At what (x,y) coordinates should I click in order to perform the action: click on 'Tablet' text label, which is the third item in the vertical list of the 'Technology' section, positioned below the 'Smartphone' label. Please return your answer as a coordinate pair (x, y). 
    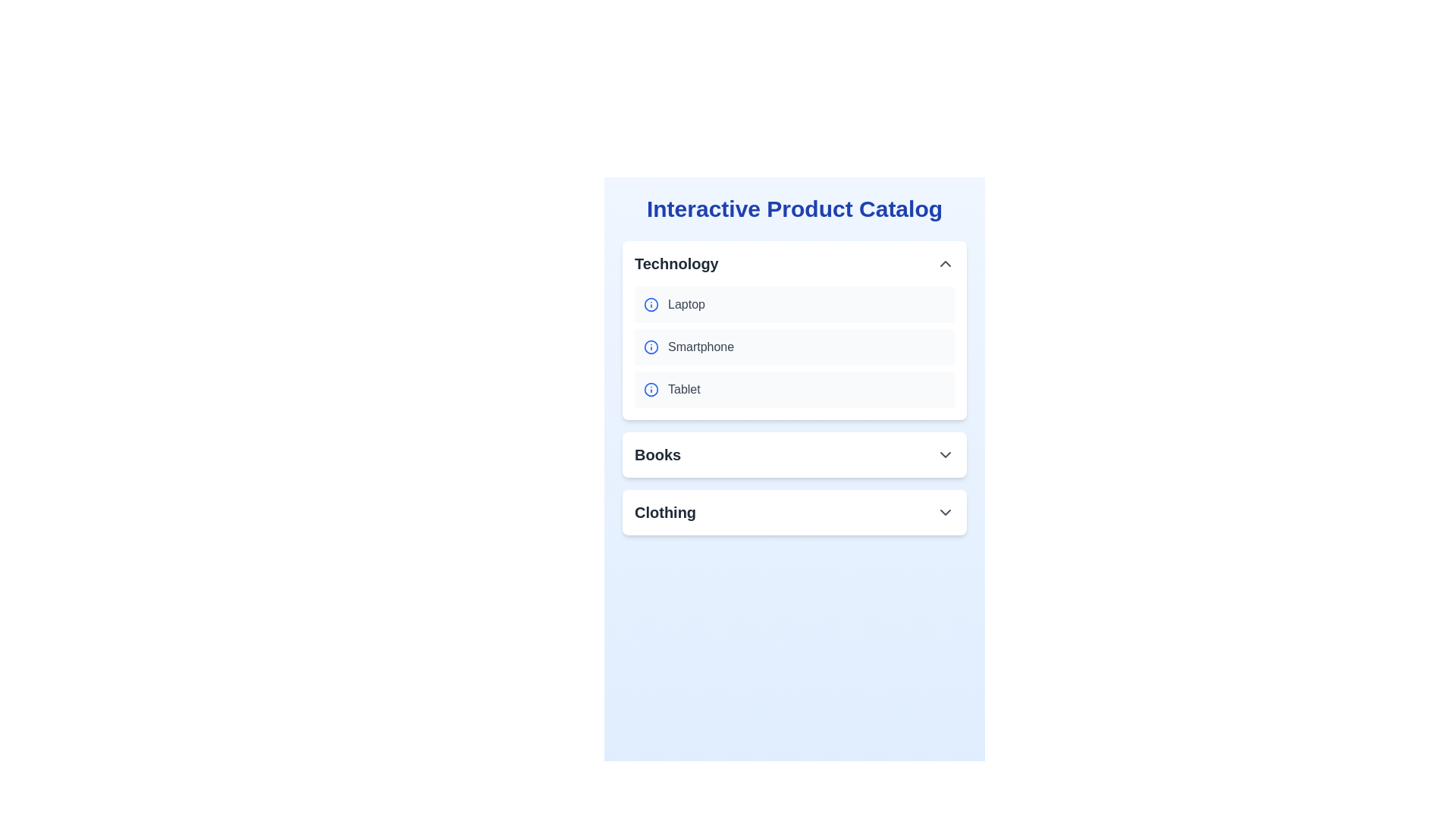
    Looking at the image, I should click on (683, 388).